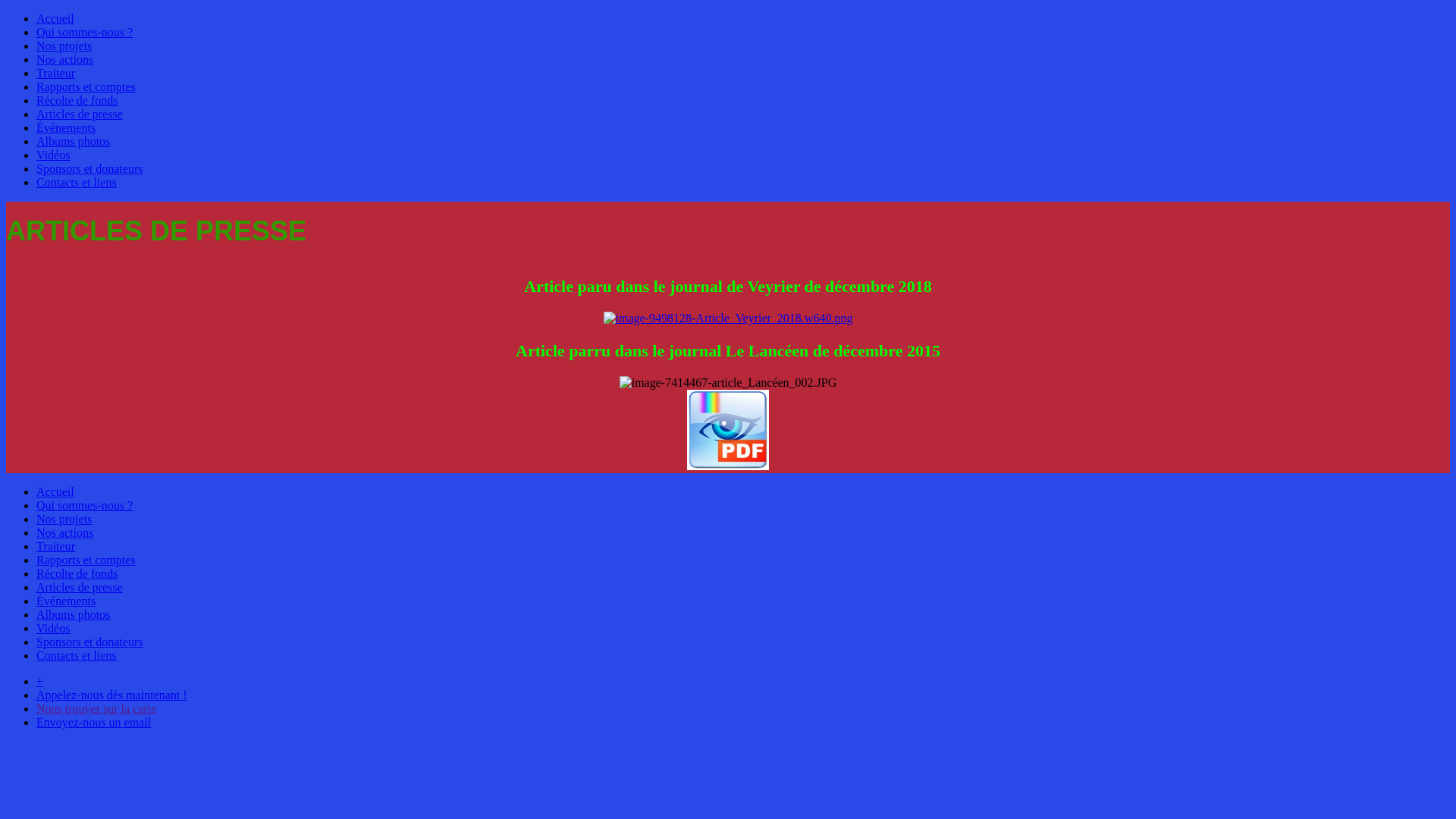 This screenshot has height=819, width=1456. Describe the element at coordinates (93, 721) in the screenshot. I see `'Envoyez-nous un email'` at that location.